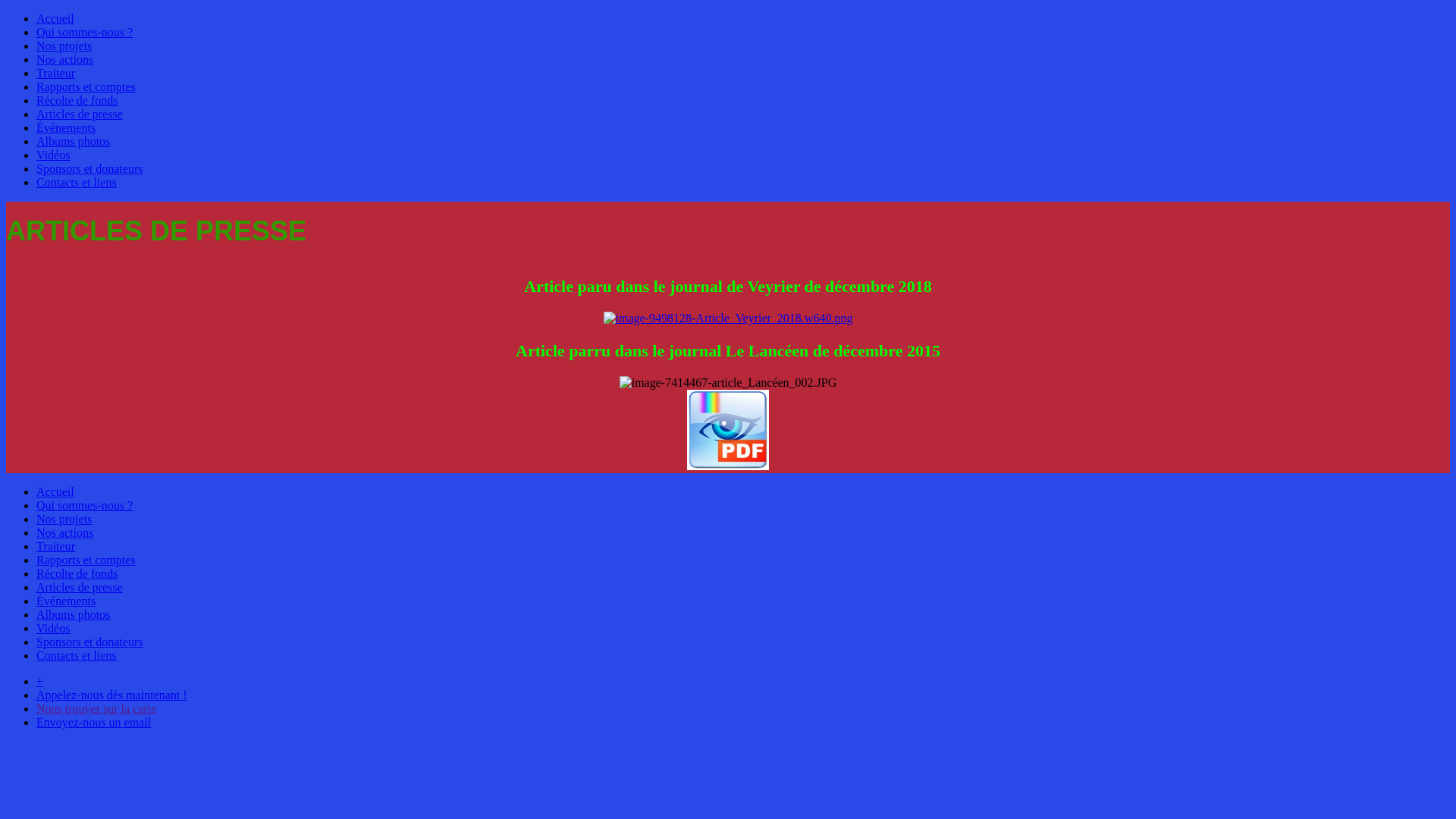 This screenshot has height=819, width=1456. Describe the element at coordinates (93, 721) in the screenshot. I see `'Envoyez-nous un email'` at that location.